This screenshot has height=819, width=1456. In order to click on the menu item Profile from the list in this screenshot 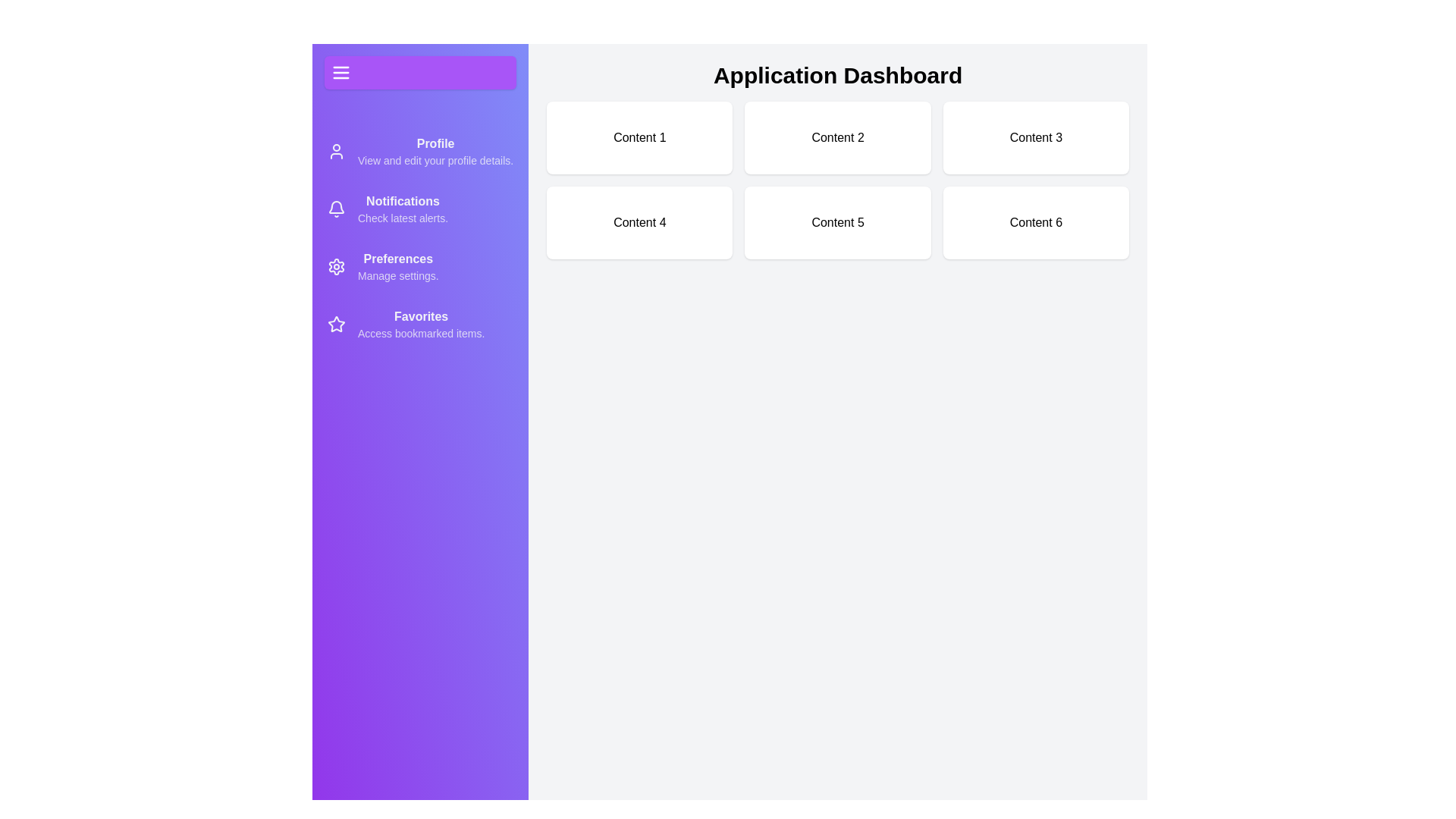, I will do `click(419, 152)`.